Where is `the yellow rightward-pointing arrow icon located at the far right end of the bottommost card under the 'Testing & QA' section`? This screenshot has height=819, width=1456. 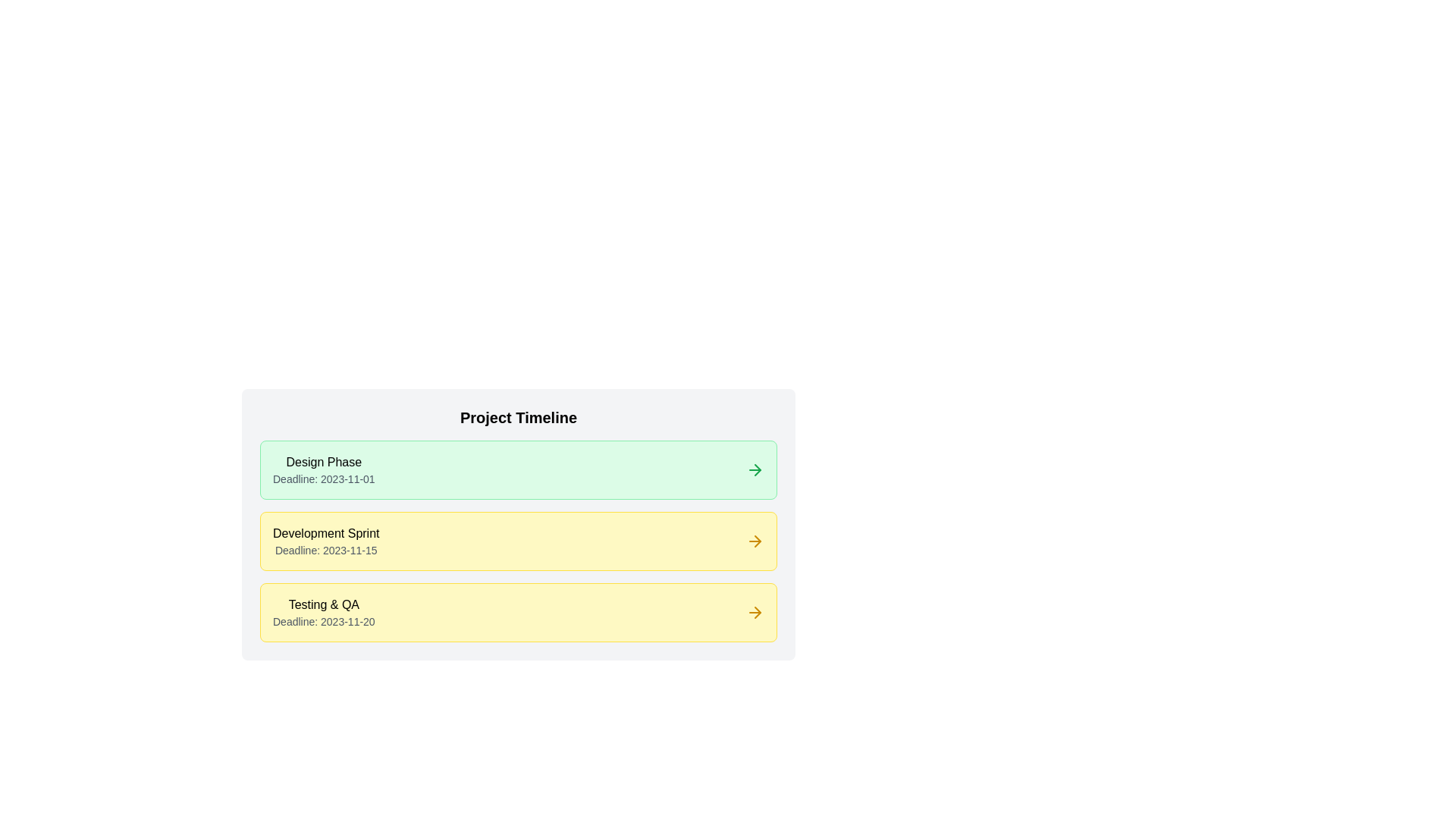
the yellow rightward-pointing arrow icon located at the far right end of the bottommost card under the 'Testing & QA' section is located at coordinates (758, 611).